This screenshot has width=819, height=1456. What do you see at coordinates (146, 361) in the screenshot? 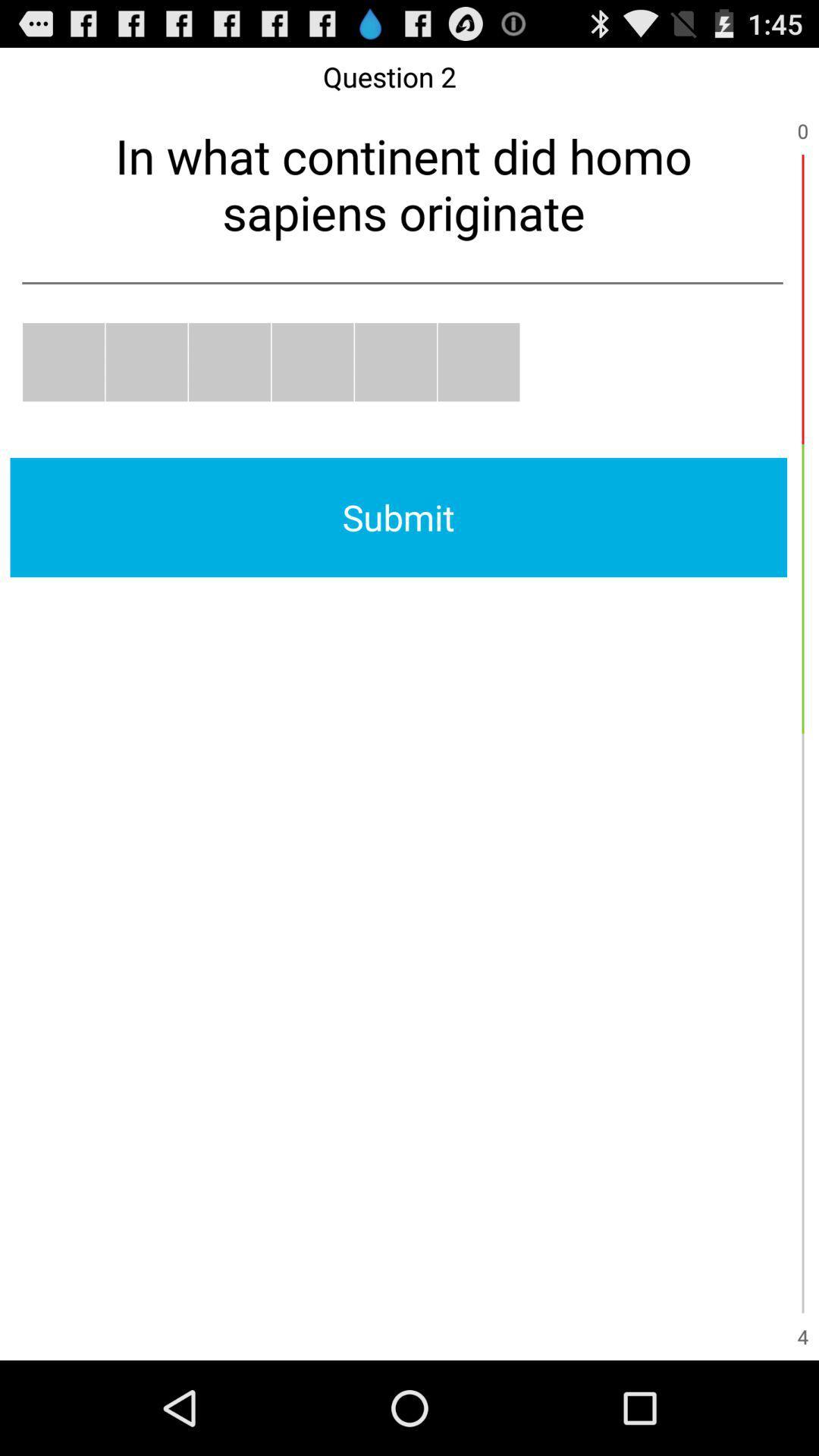
I see `choose second option` at bounding box center [146, 361].